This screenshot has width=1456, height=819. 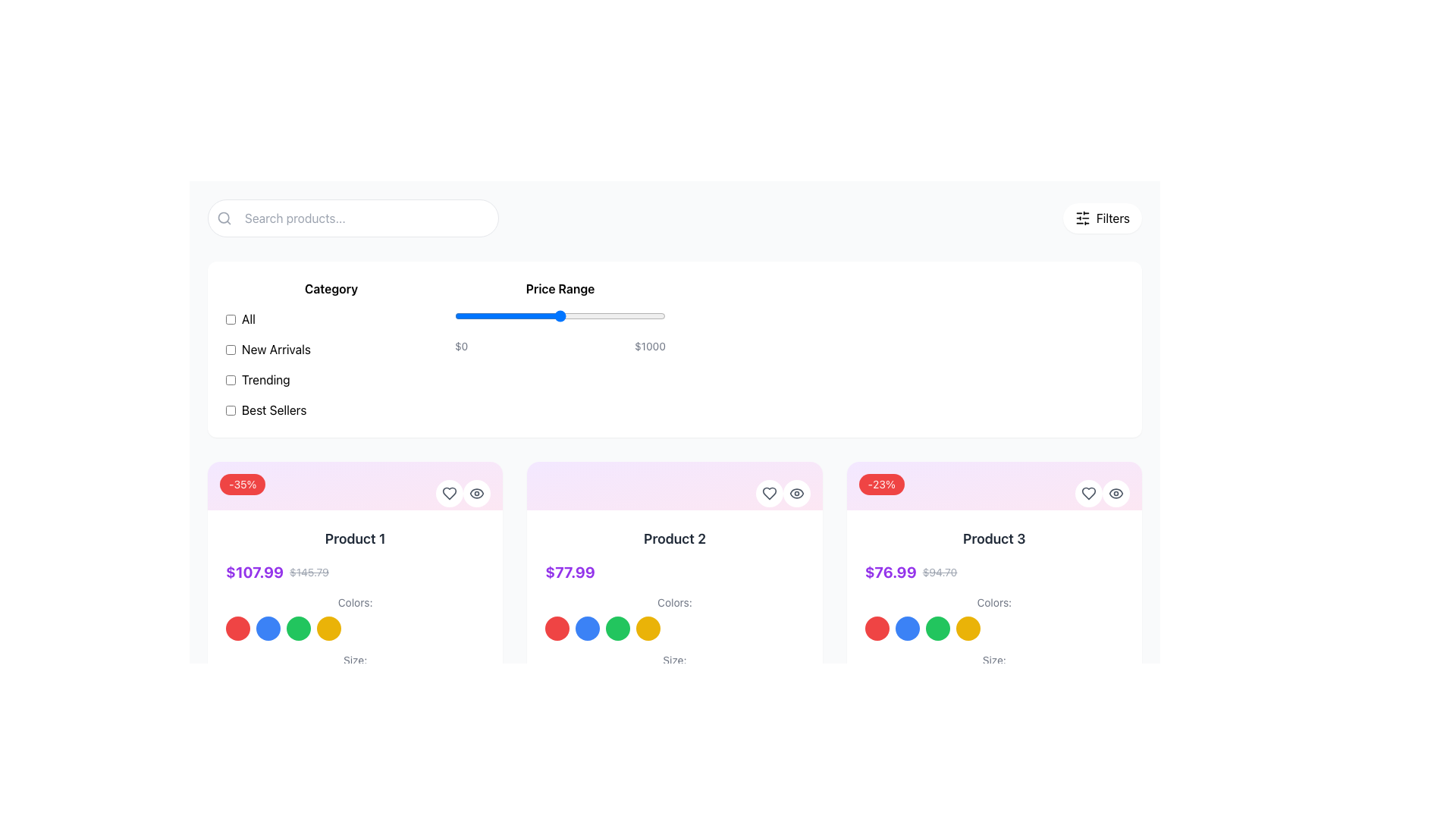 I want to click on the size 'S' button located as the second button in the horizontal arrangement of size options below the product price and color options on the 'Product 2' card, so click(x=599, y=687).